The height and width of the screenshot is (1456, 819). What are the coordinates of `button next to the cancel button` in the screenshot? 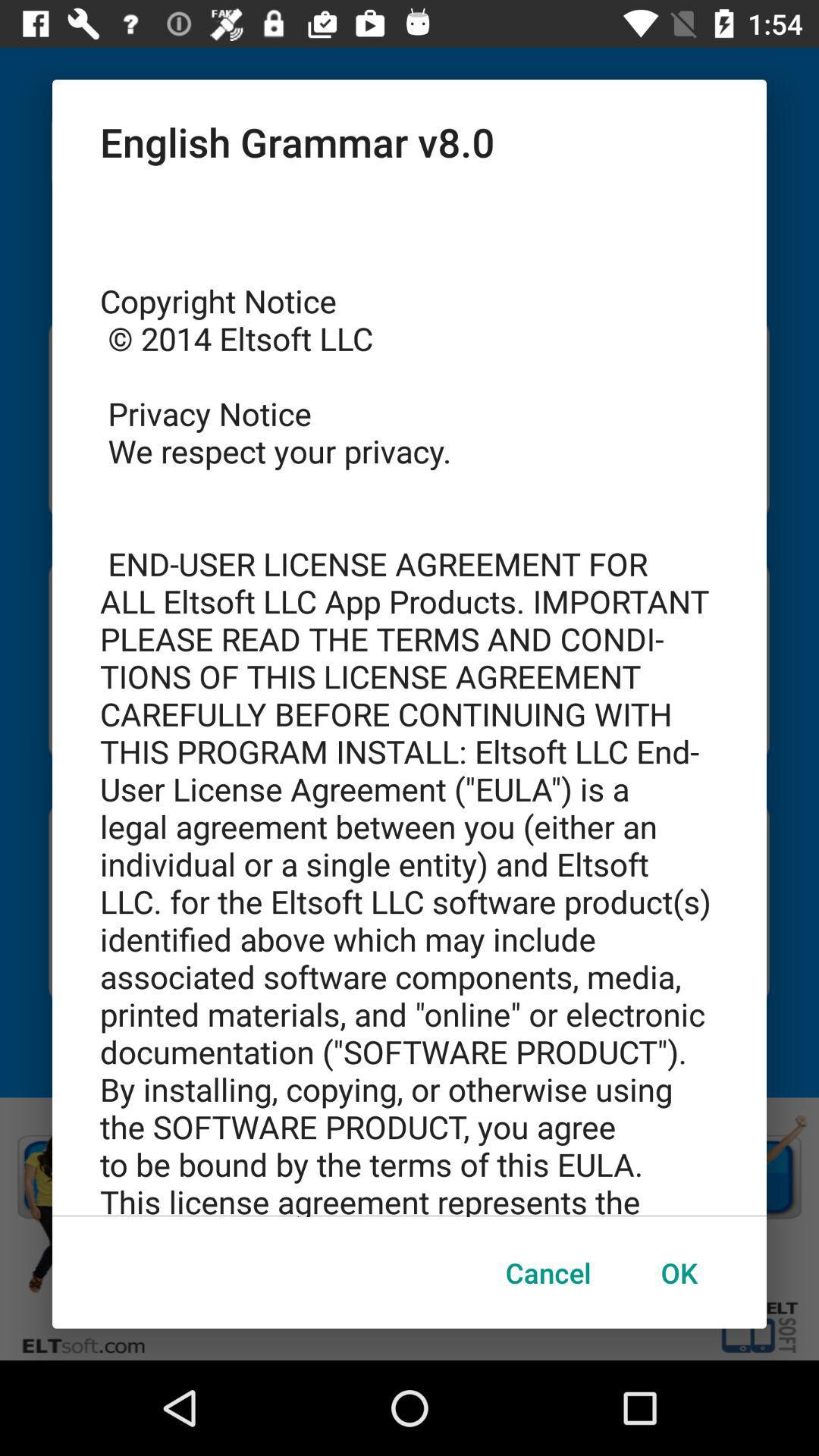 It's located at (678, 1272).